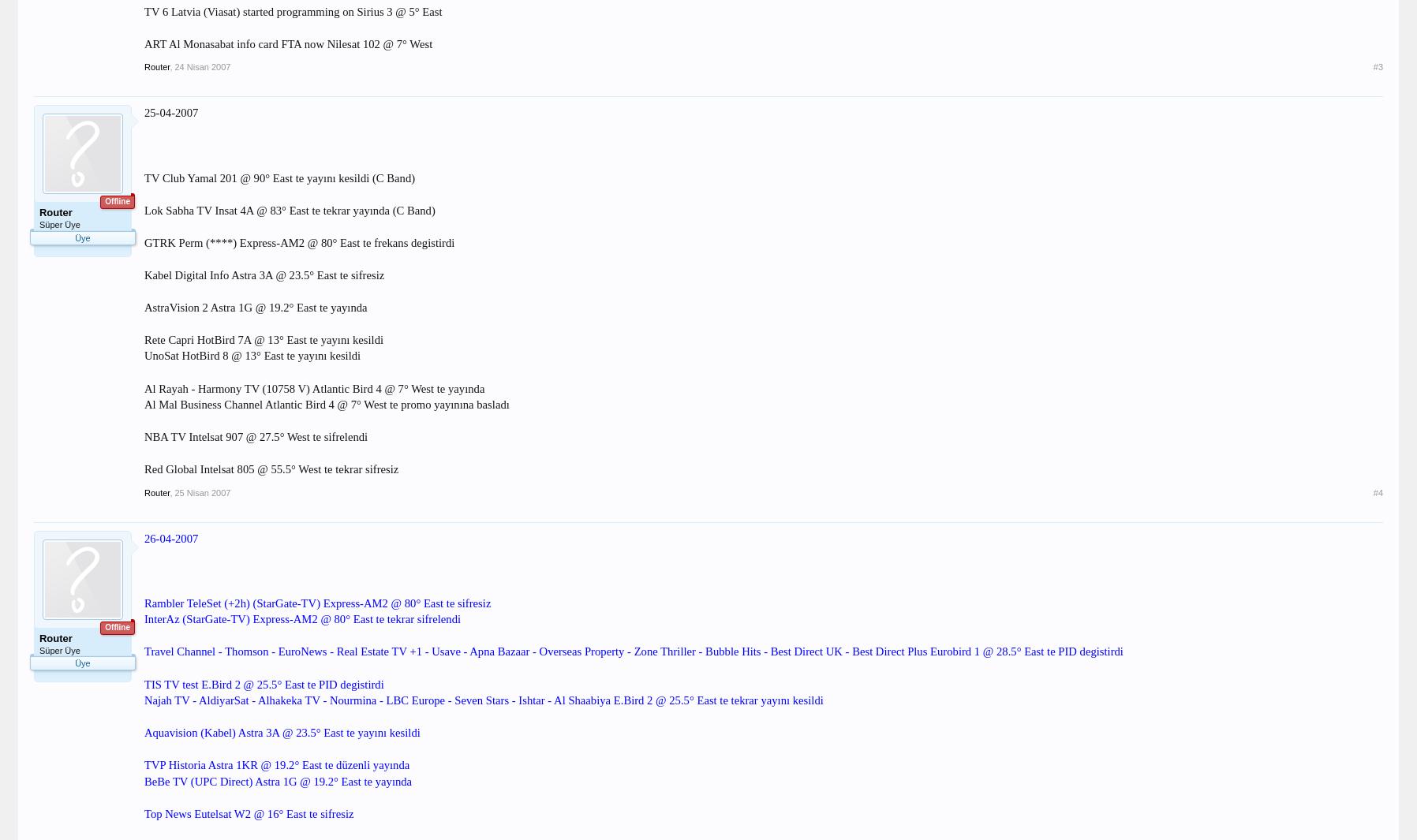 Image resolution: width=1417 pixels, height=840 pixels. What do you see at coordinates (289, 209) in the screenshot?
I see `'Lok Sabha TV Insat 4A @ 83° East te tekrar yayında (C Band)'` at bounding box center [289, 209].